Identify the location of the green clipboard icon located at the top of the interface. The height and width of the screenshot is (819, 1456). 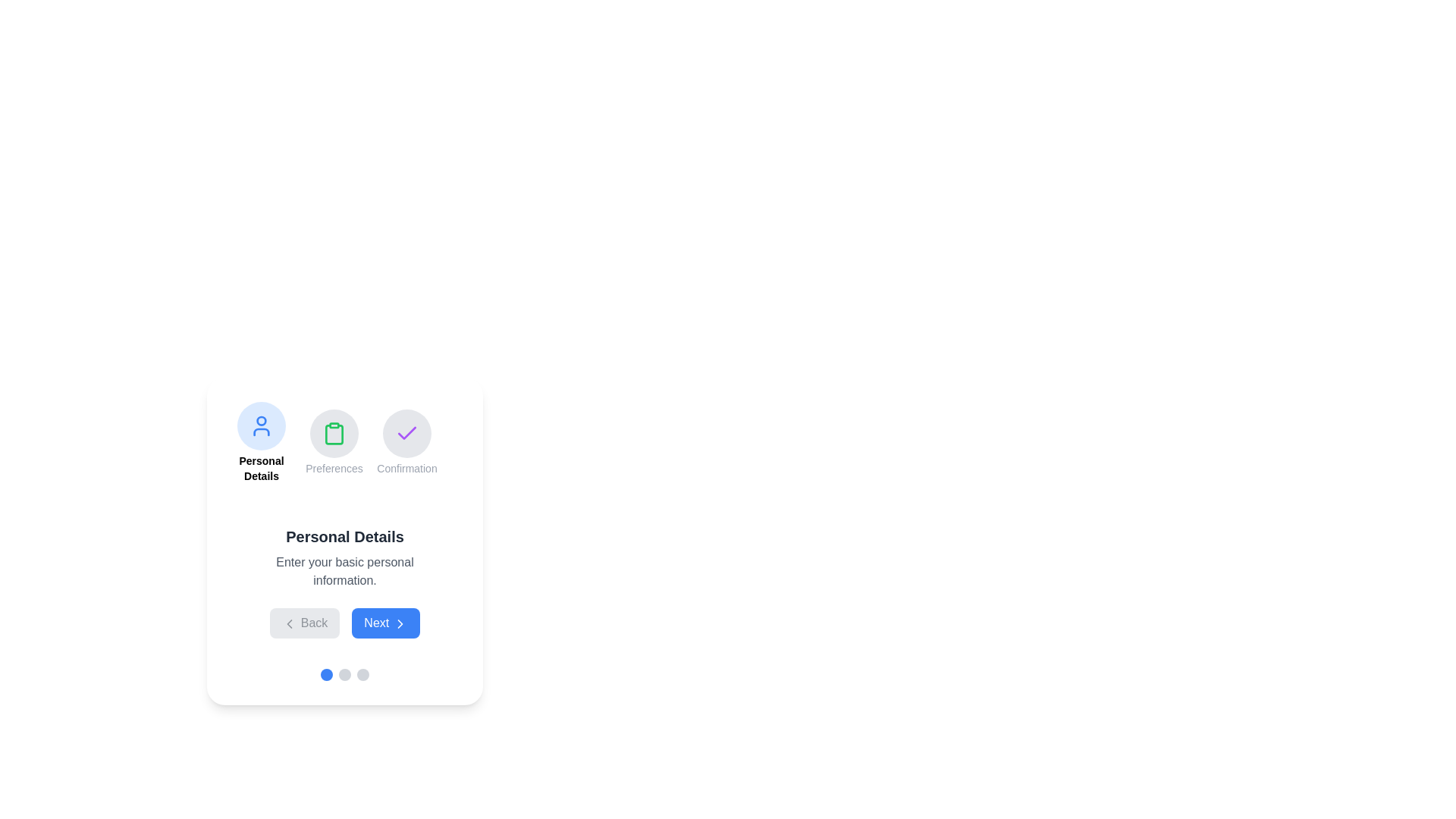
(334, 433).